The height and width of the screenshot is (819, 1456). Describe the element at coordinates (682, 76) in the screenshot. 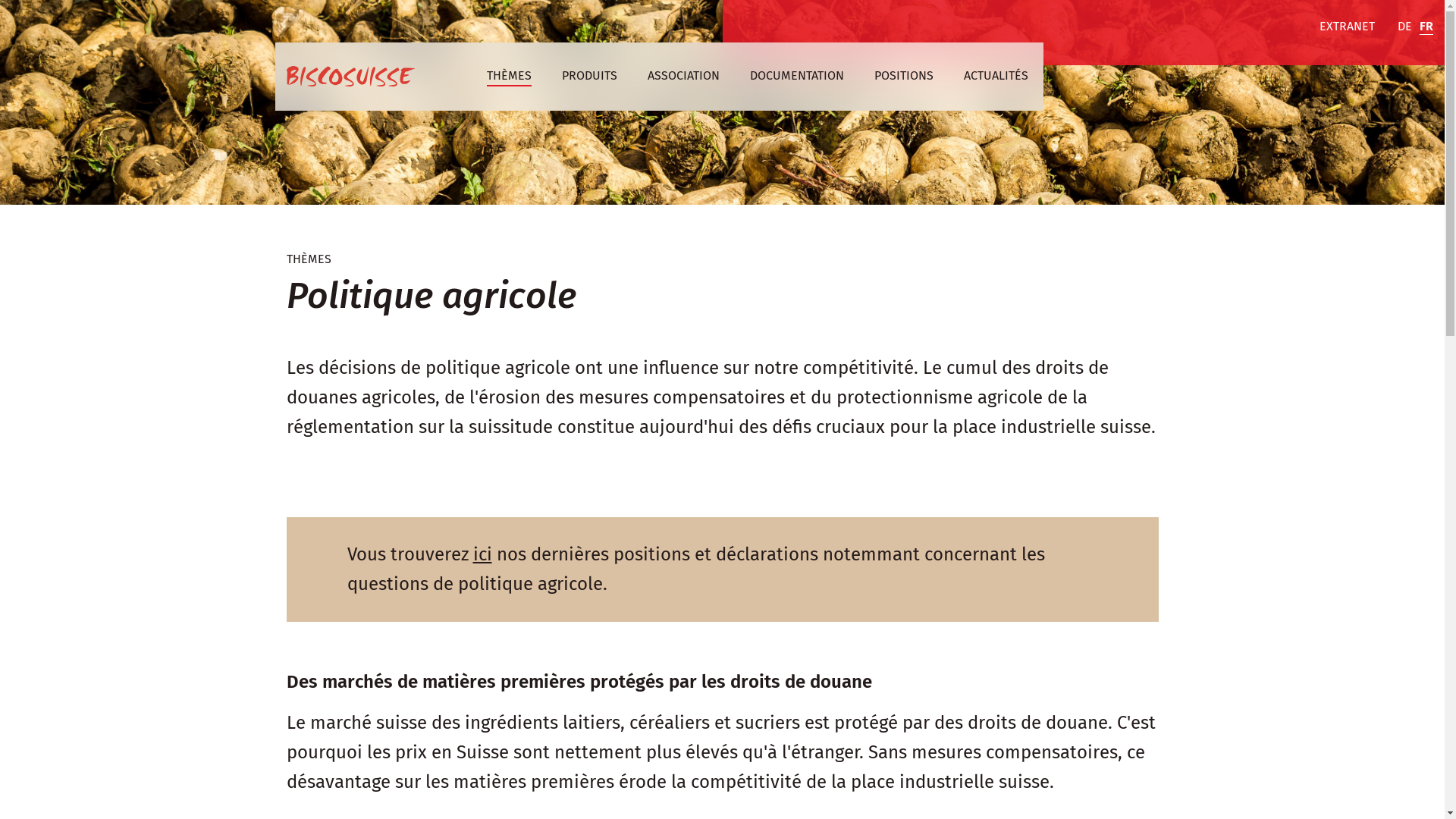

I see `'ASSOCIATION'` at that location.